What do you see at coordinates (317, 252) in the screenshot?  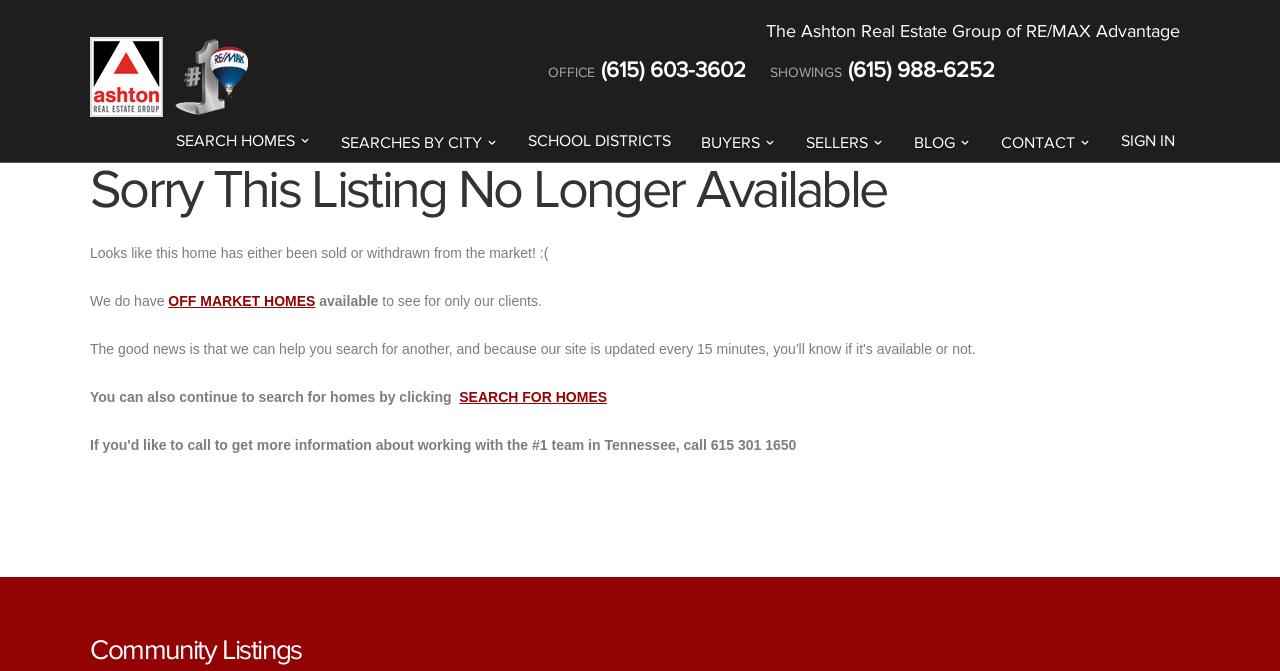 I see `'Looks like this home has either been sold or withdrawn from the market! :('` at bounding box center [317, 252].